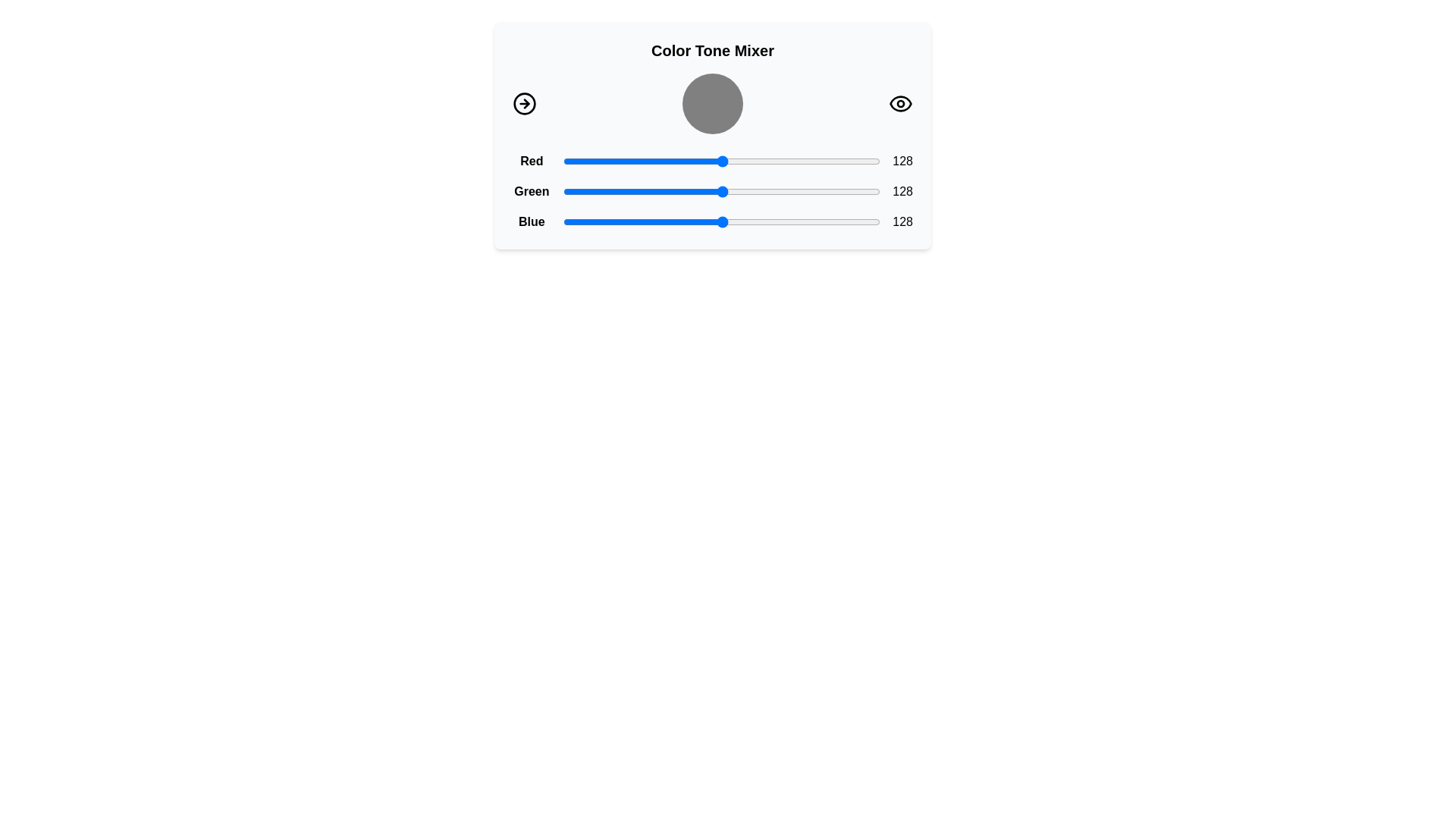 This screenshot has height=819, width=1456. Describe the element at coordinates (712, 161) in the screenshot. I see `the first slider in the vertical stack for adjusting the red color component in the Color Tone Mixer` at that location.